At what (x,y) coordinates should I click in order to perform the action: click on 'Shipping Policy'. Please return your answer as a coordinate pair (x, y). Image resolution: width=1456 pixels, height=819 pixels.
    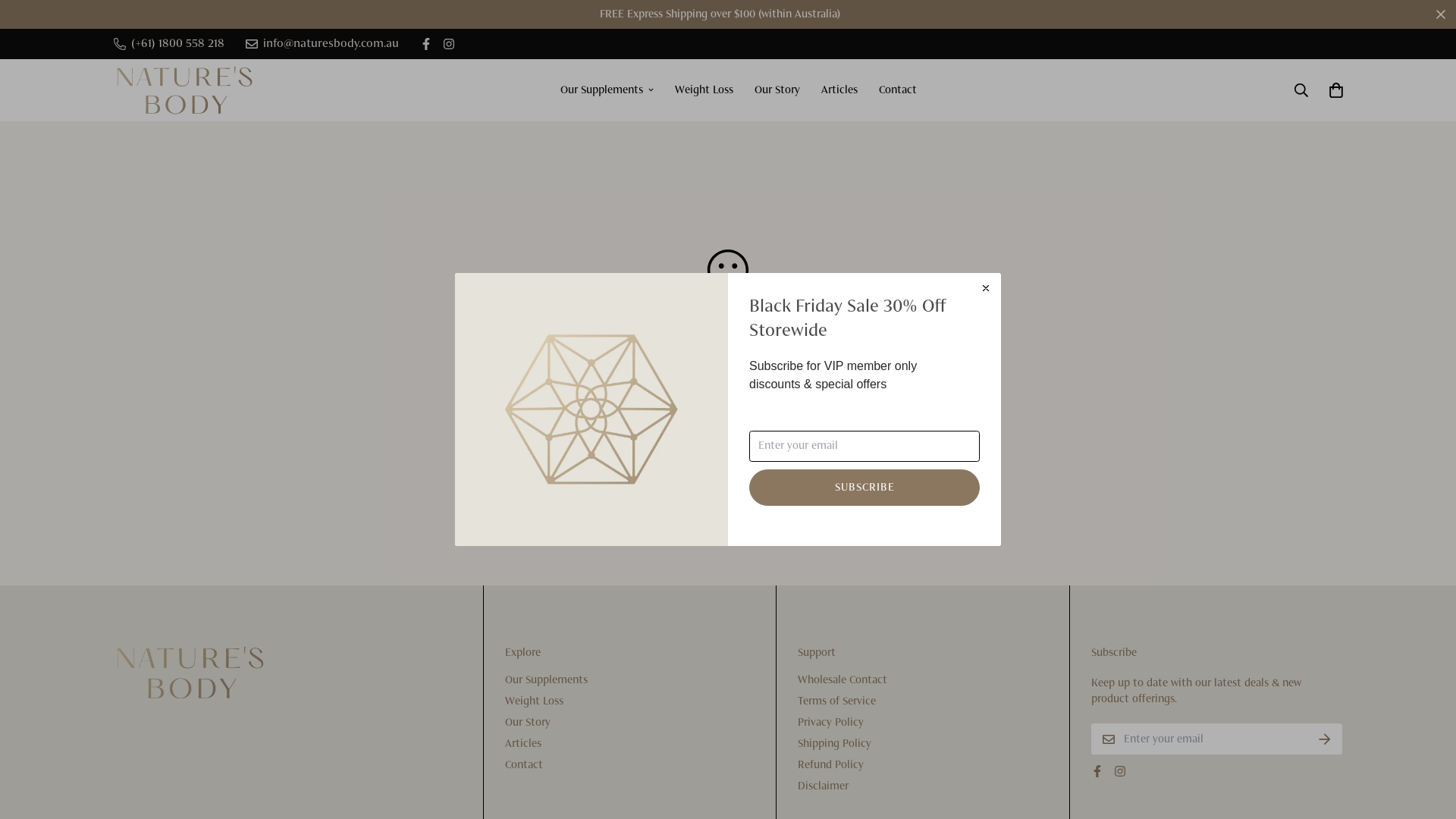
    Looking at the image, I should click on (833, 742).